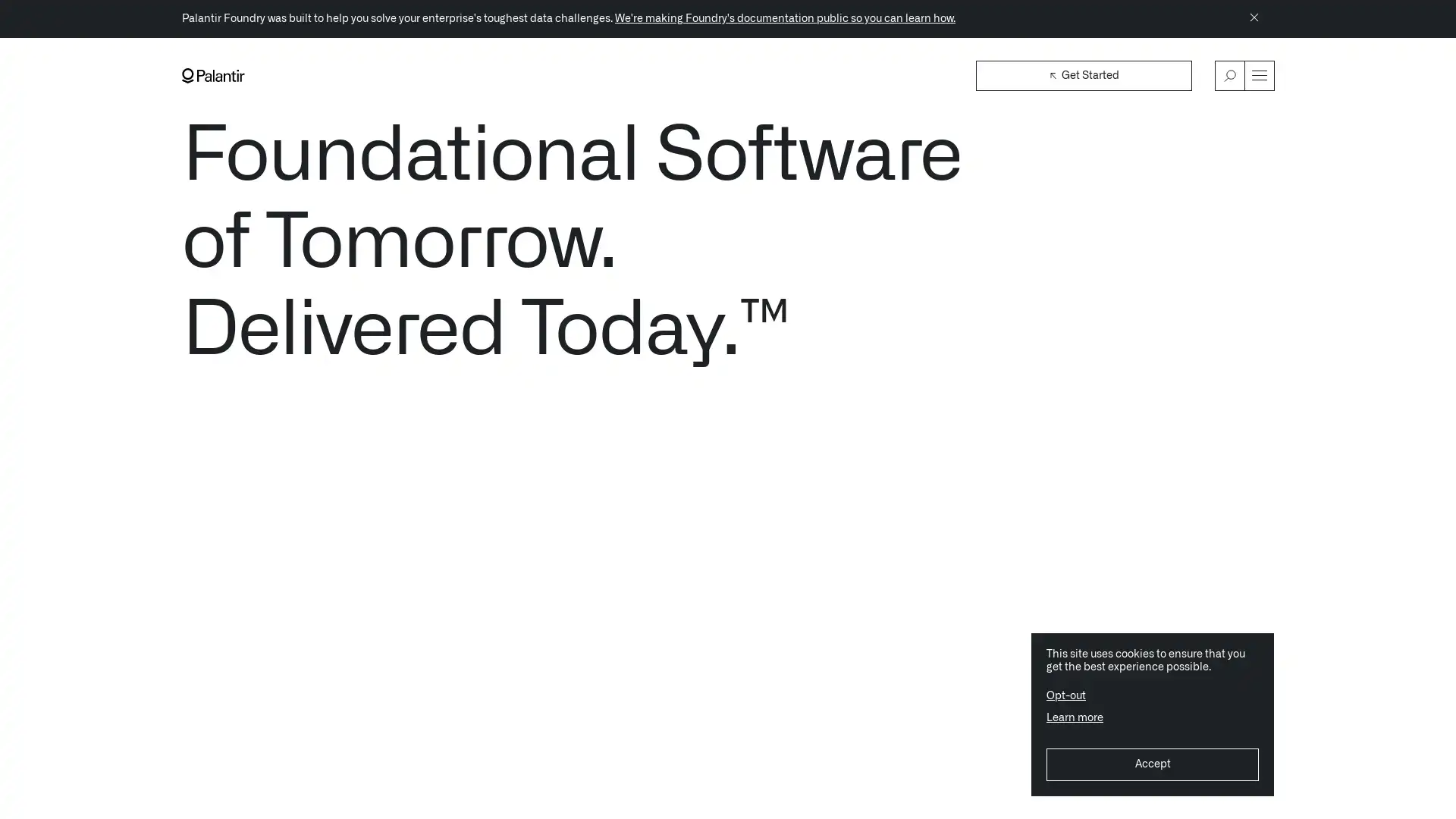 Image resolution: width=1456 pixels, height=819 pixels. What do you see at coordinates (1259, 75) in the screenshot?
I see `Show Navigation` at bounding box center [1259, 75].